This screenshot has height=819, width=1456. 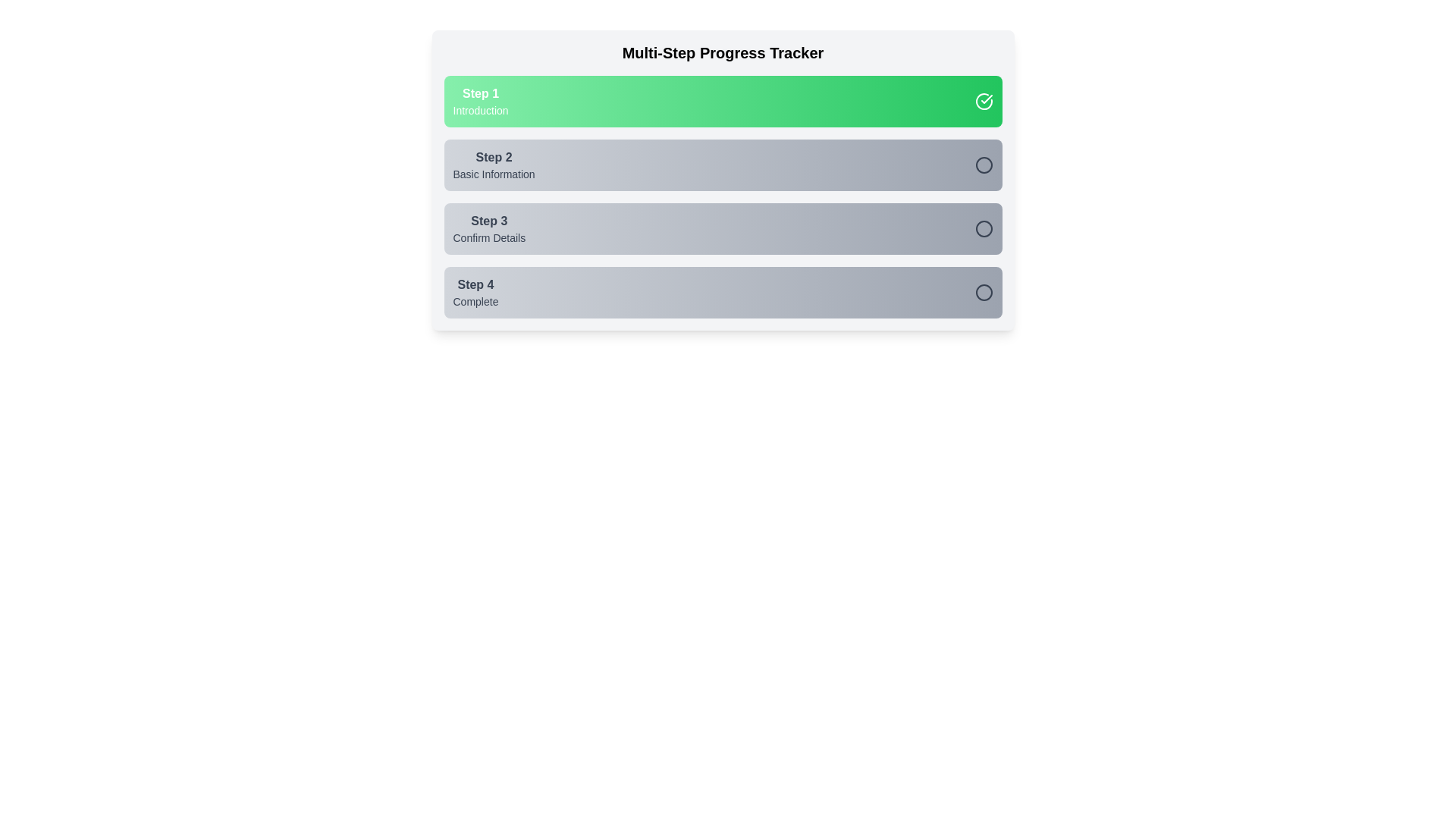 I want to click on the circular toggle button located on the right side of the 'Step 2 Basic Information' section, so click(x=984, y=165).